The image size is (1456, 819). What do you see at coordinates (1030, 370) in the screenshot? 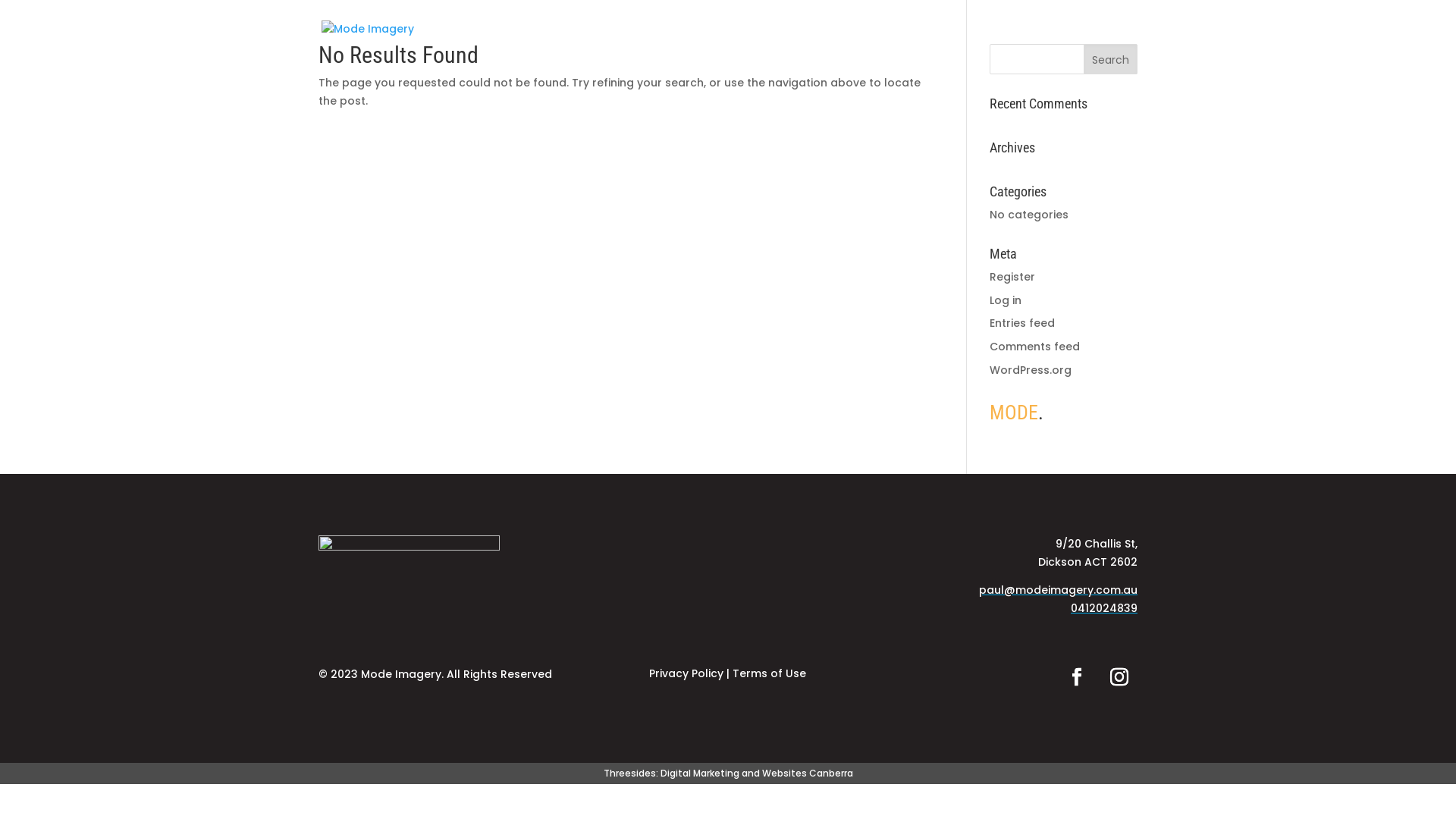
I see `'WordPress.org'` at bounding box center [1030, 370].